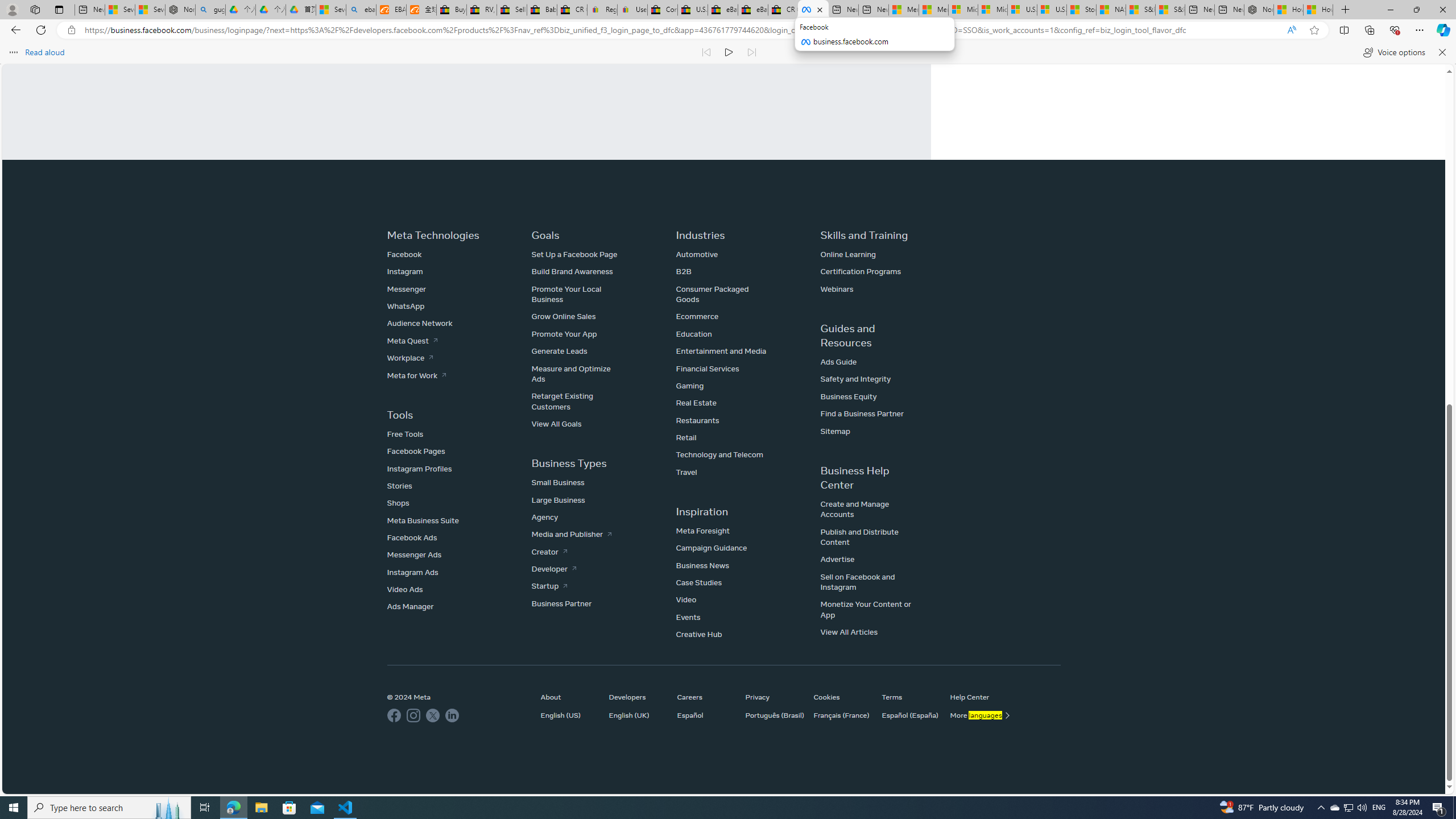  What do you see at coordinates (573, 254) in the screenshot?
I see `'Set Up a Facebook Page'` at bounding box center [573, 254].